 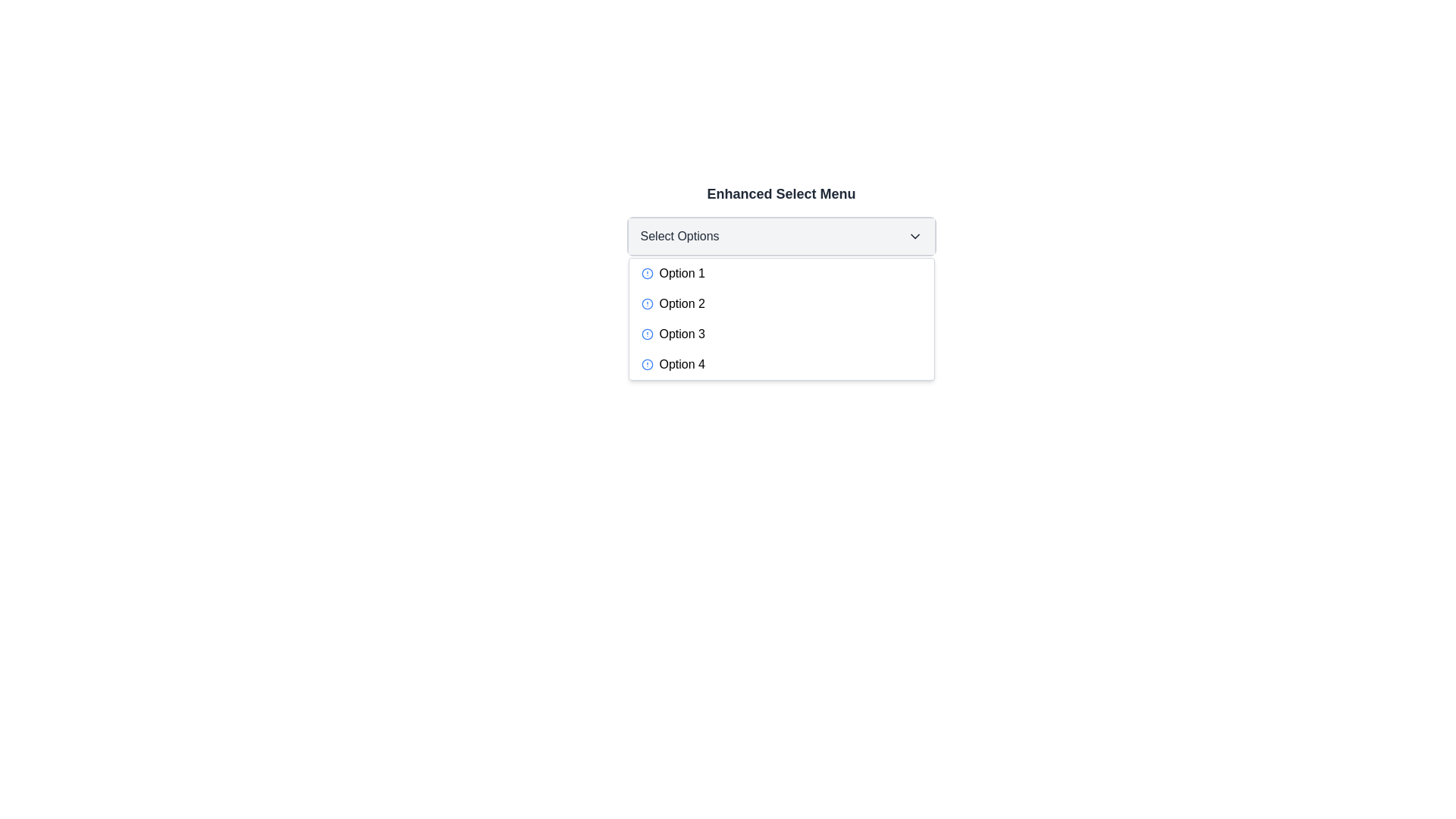 I want to click on the circular informational icon located to the left of the text 'Option 3' in the dropdown list, which indicates additional information or alerts related to that option, so click(x=647, y=333).